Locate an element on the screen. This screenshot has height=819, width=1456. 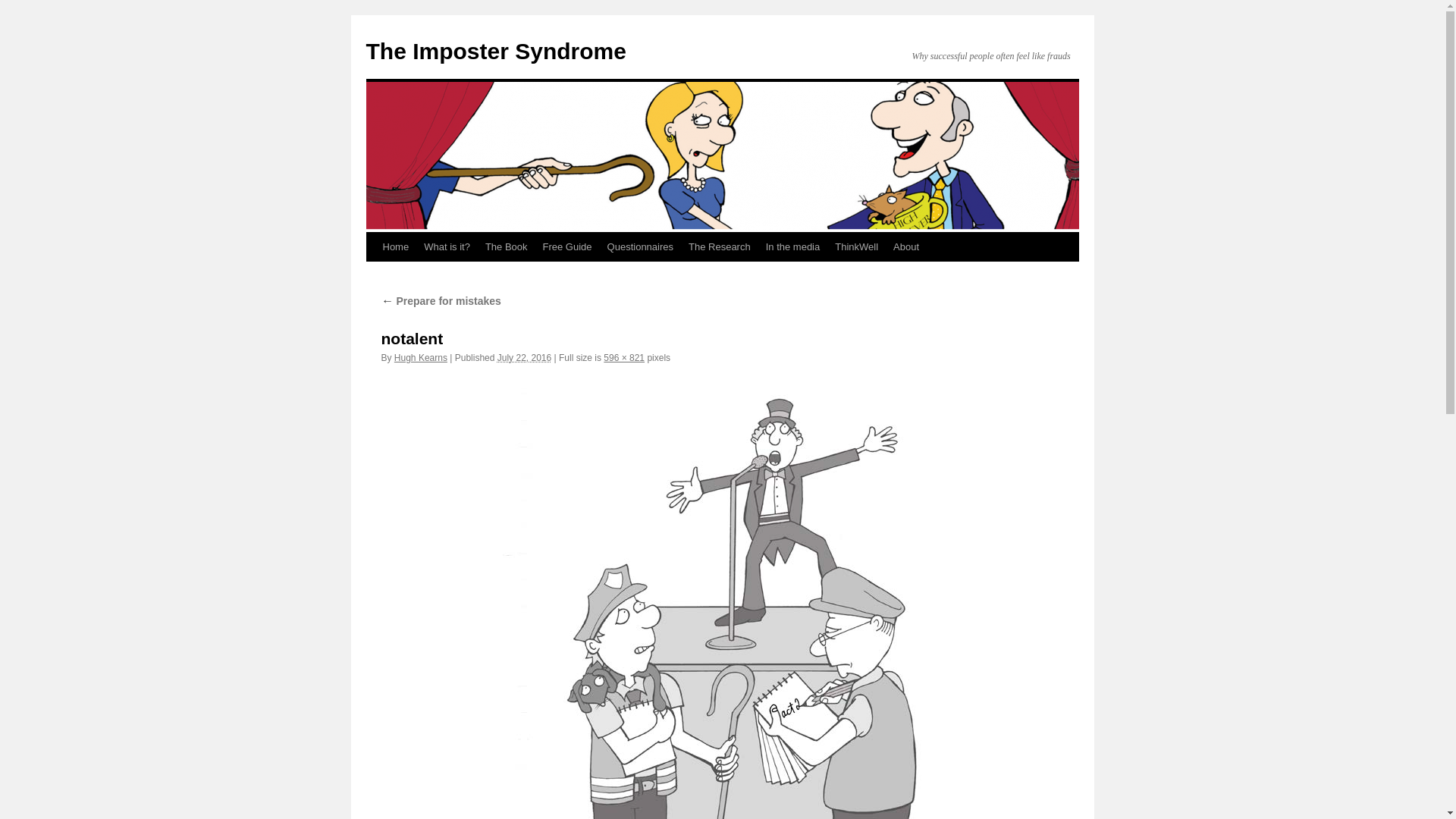
'In the media' is located at coordinates (792, 246).